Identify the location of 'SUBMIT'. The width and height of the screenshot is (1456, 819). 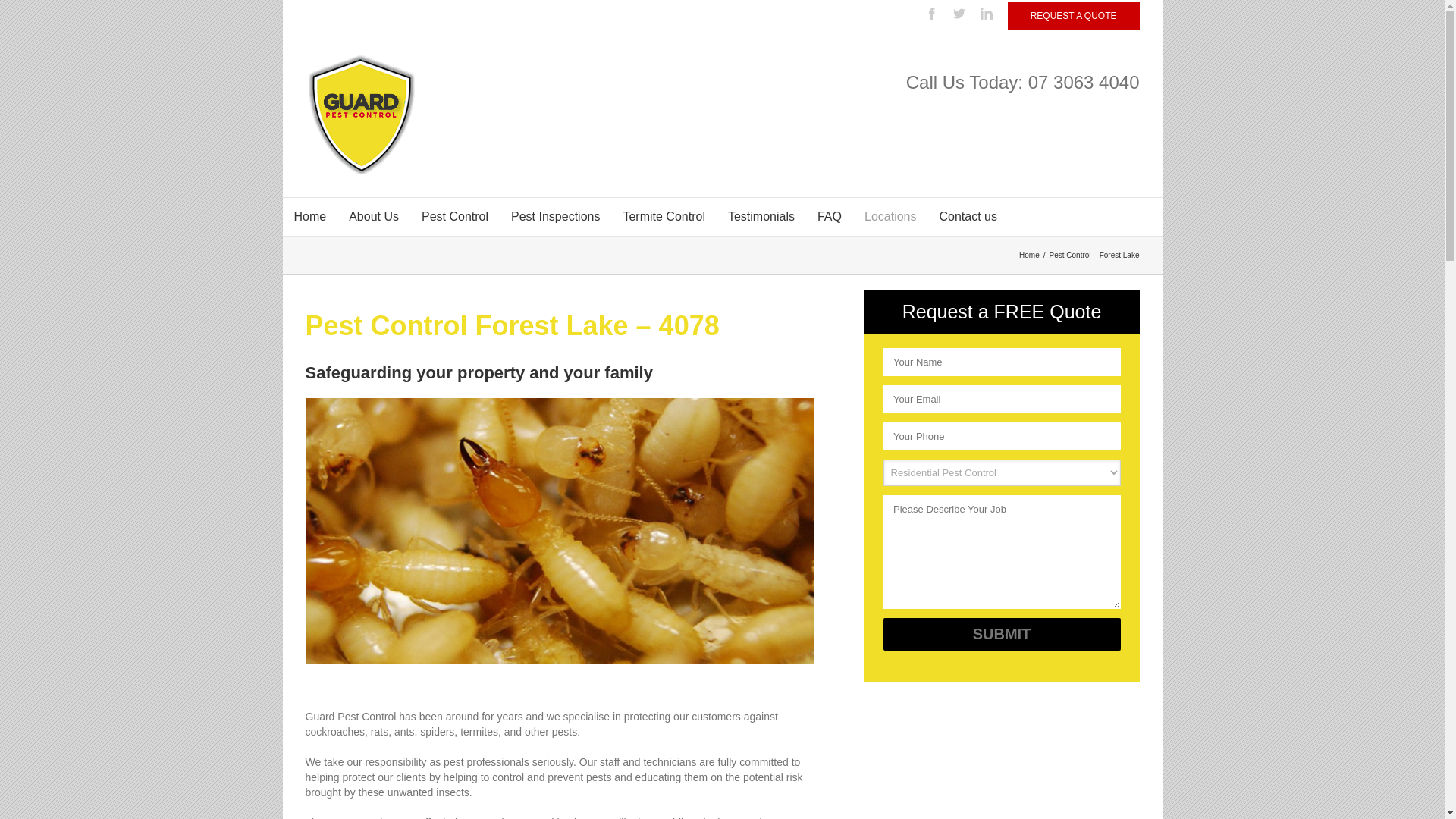
(1001, 634).